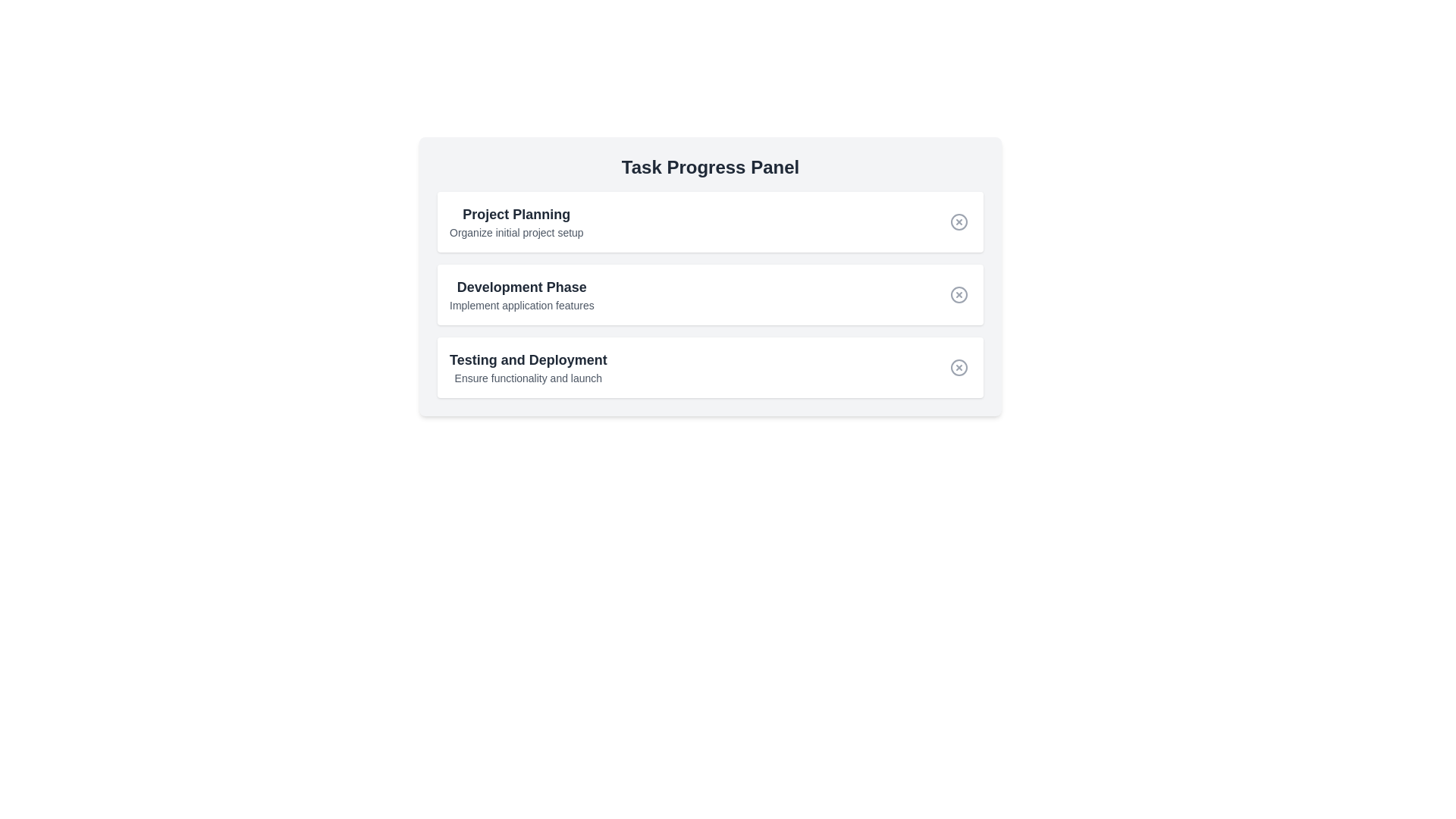 Image resolution: width=1456 pixels, height=819 pixels. Describe the element at coordinates (959, 295) in the screenshot. I see `the circular icon button with a cross ('X') inscribed within it, located next to the text labeled 'Development Phase' in the second row of the list` at that location.